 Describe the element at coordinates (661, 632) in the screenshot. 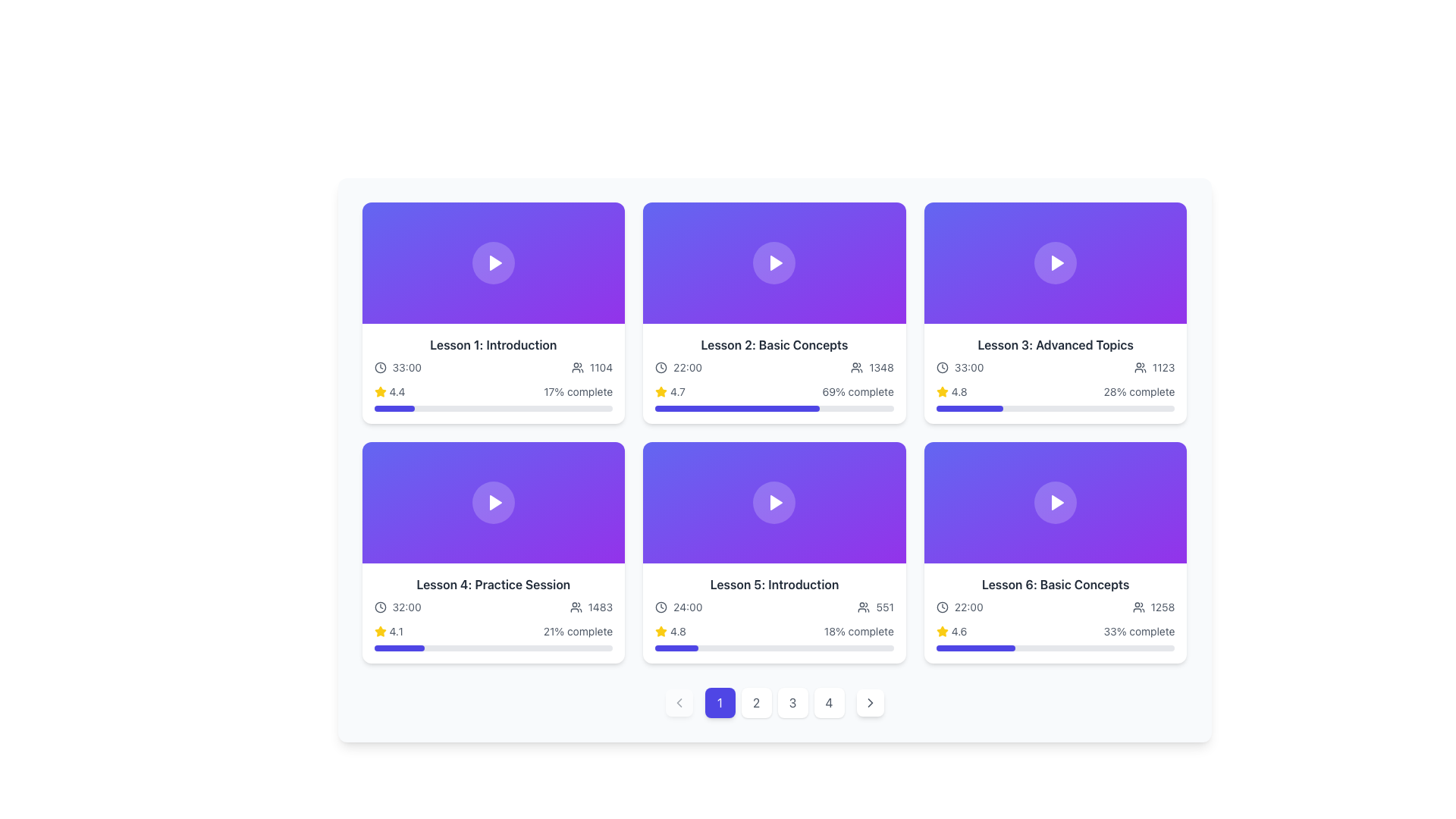

I see `the yellow star icon indicating a rating or favorite feature, located below the 'Lesson 5: Introduction' tile, in the bottom-center section of the third tile in the second row of the grid layout` at that location.